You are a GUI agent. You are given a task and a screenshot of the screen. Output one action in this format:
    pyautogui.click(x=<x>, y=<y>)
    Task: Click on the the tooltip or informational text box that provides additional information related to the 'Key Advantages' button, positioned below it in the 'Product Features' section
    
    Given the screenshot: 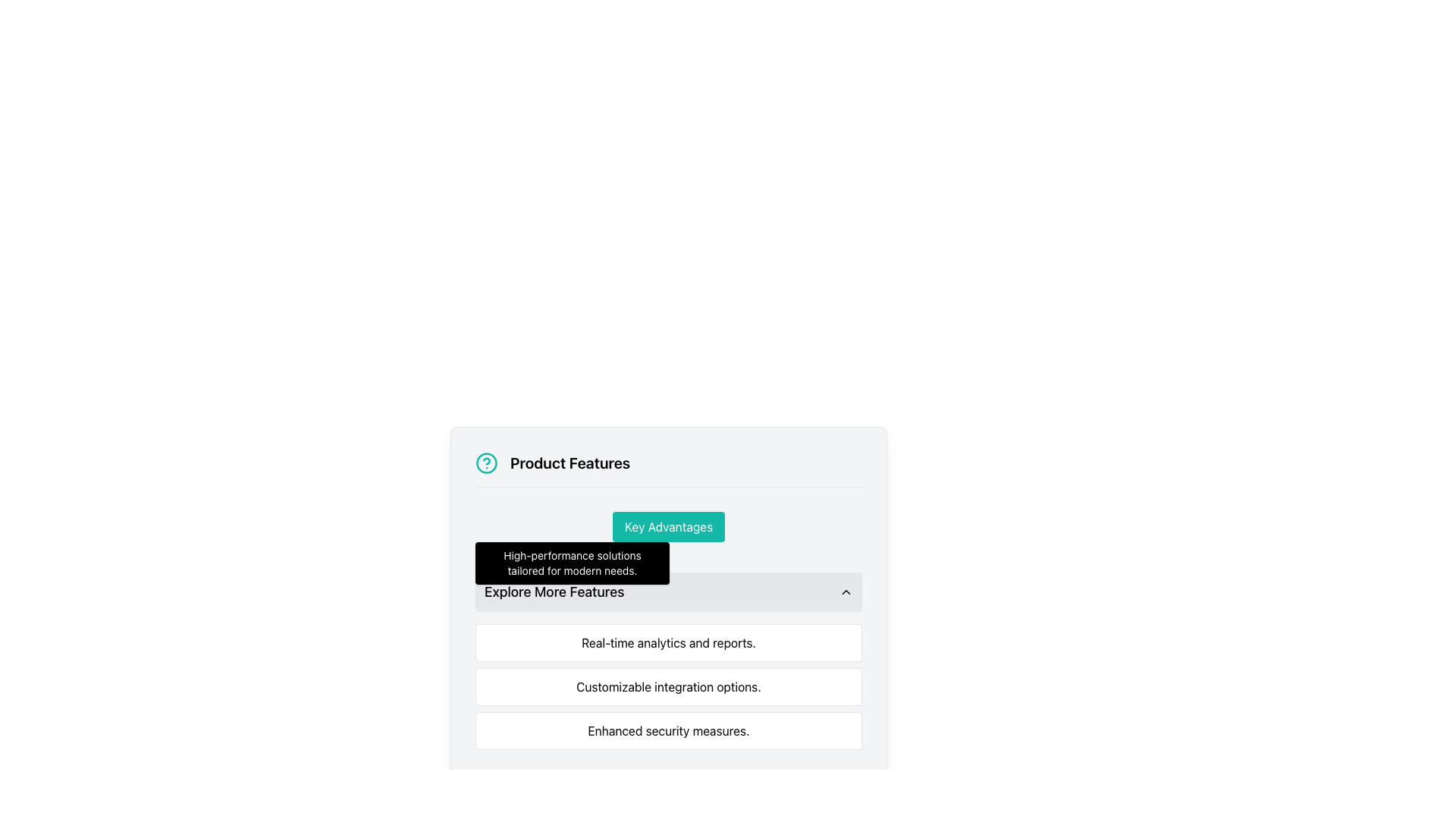 What is the action you would take?
    pyautogui.click(x=571, y=563)
    